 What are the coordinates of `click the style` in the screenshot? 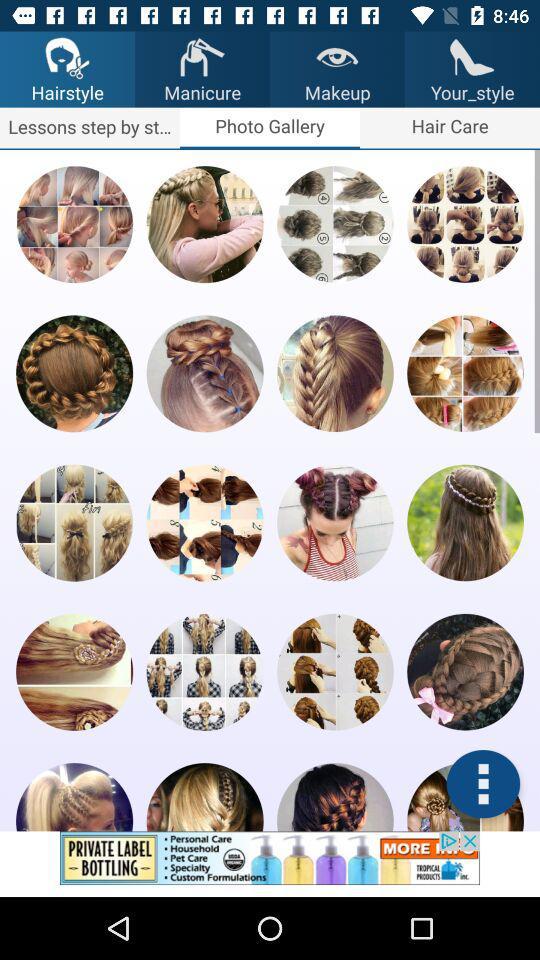 It's located at (335, 797).